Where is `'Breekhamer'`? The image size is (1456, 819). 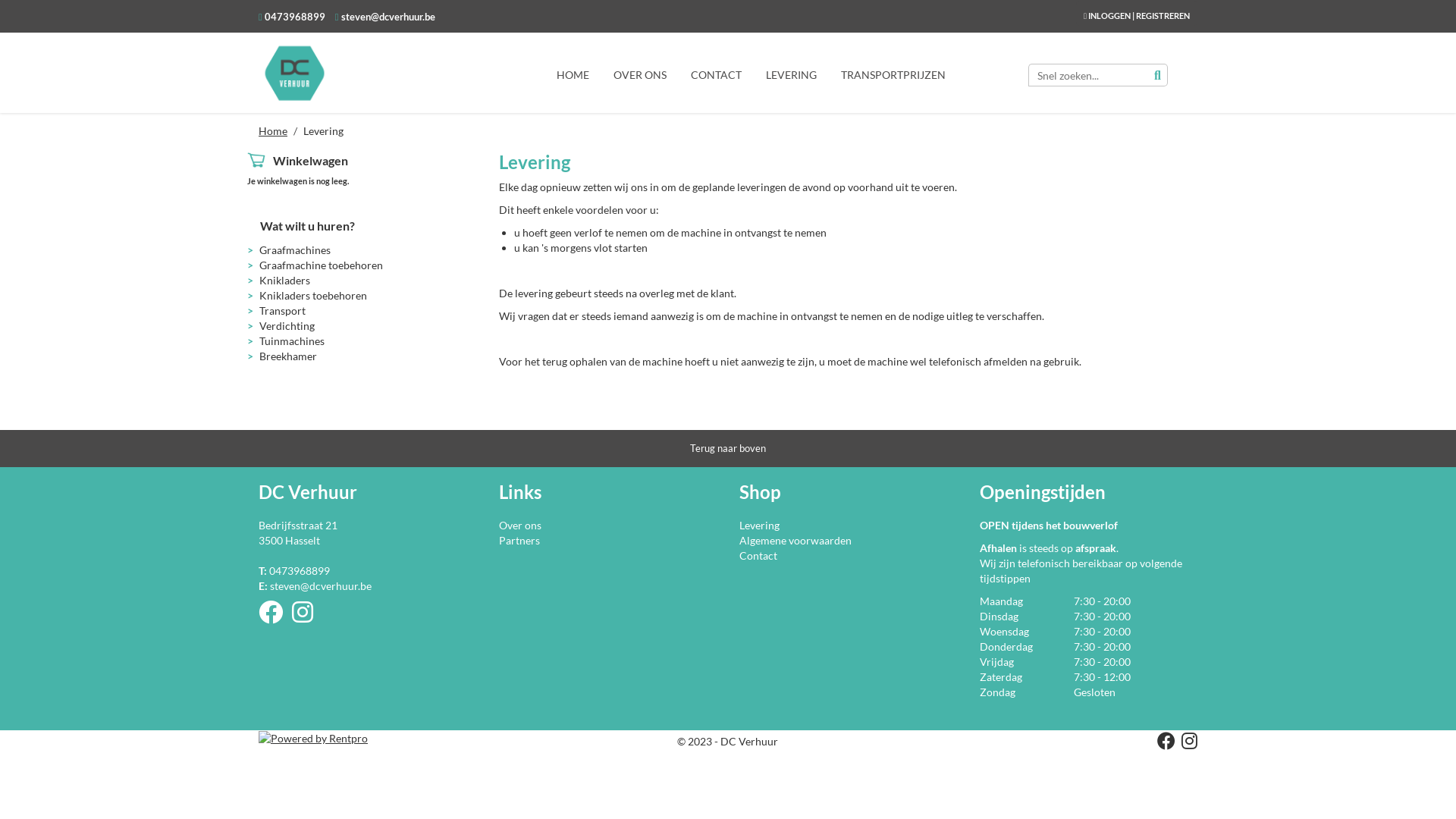
'Breekhamer' is located at coordinates (287, 356).